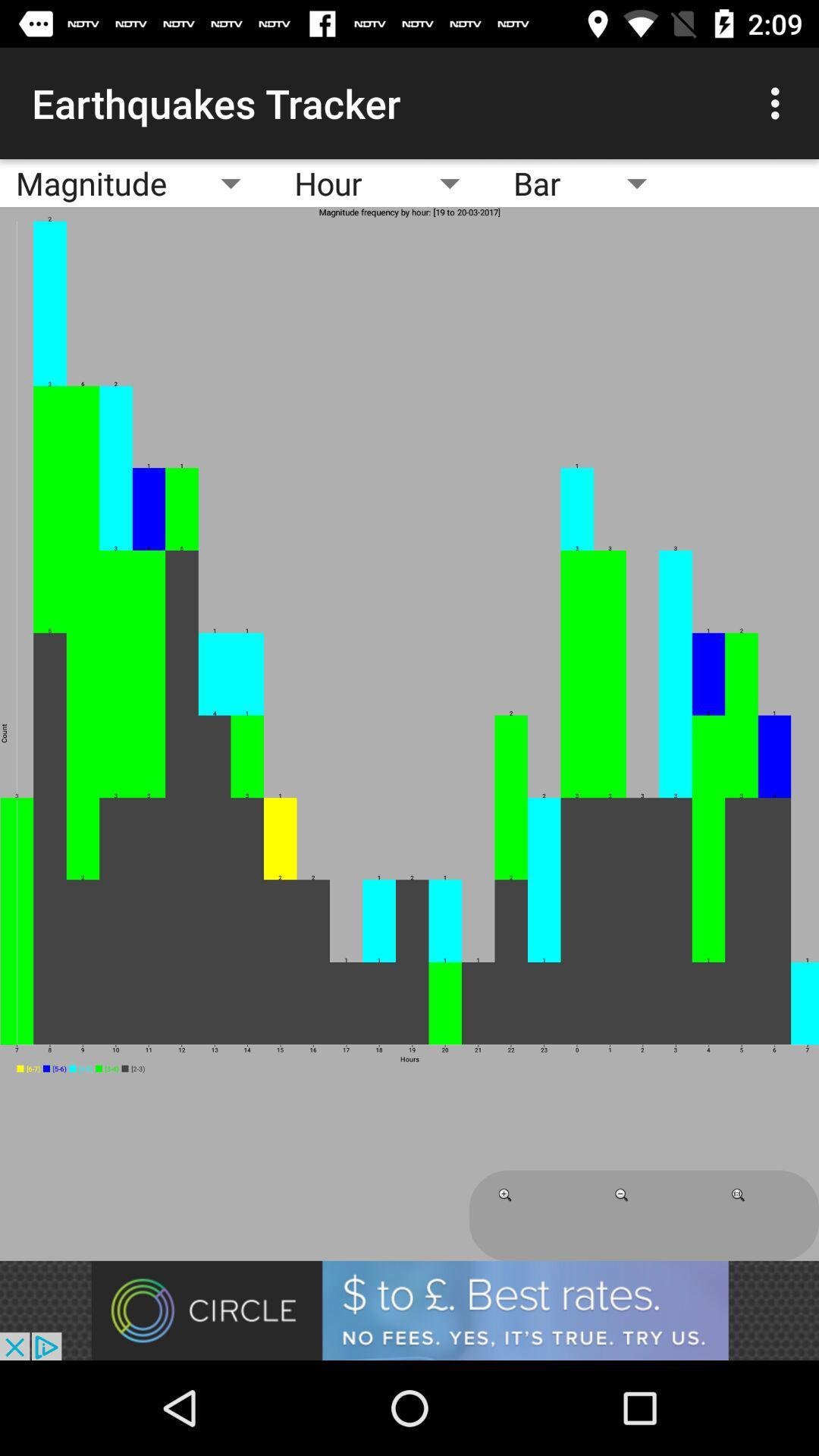 The height and width of the screenshot is (1456, 819). Describe the element at coordinates (409, 1310) in the screenshot. I see `open advertisement` at that location.